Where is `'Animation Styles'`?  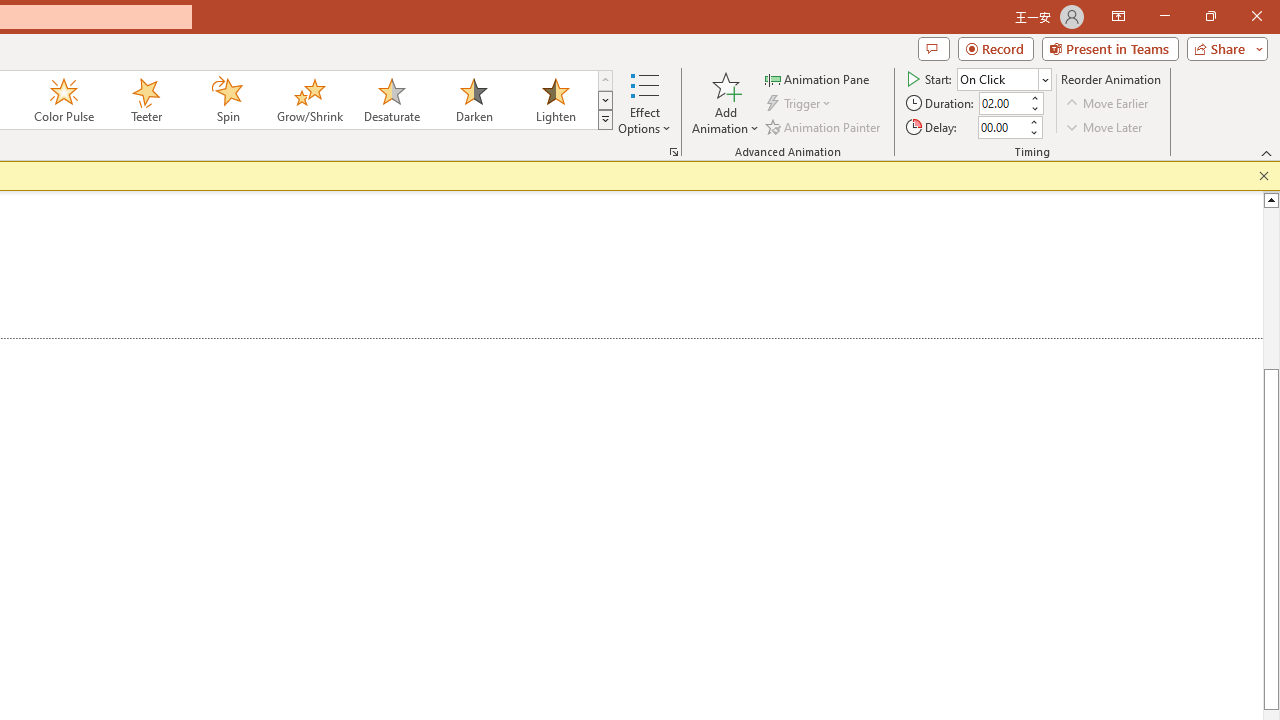 'Animation Styles' is located at coordinates (604, 120).